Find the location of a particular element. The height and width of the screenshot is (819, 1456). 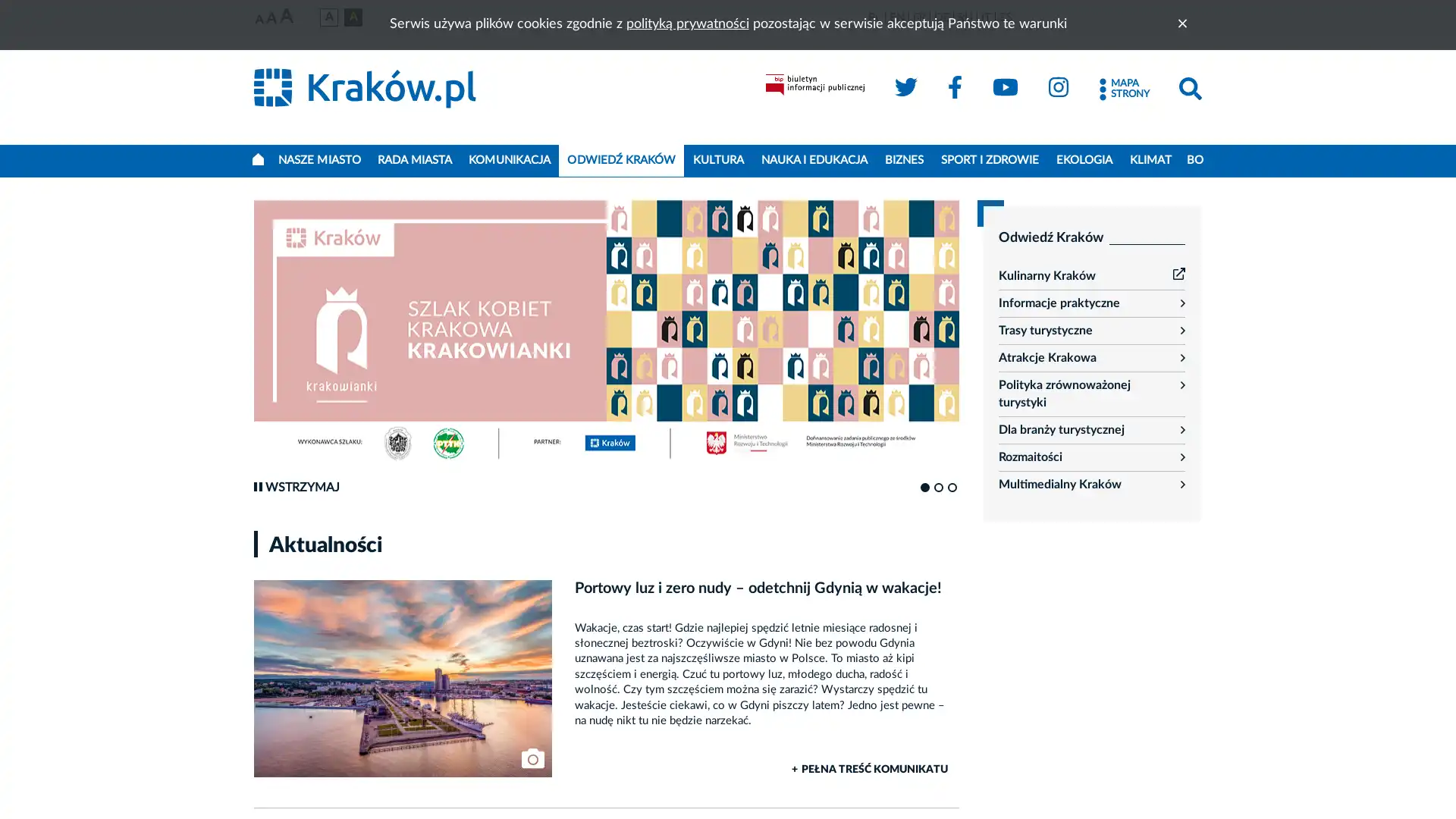

Wersja czarno-zota is located at coordinates (352, 17).